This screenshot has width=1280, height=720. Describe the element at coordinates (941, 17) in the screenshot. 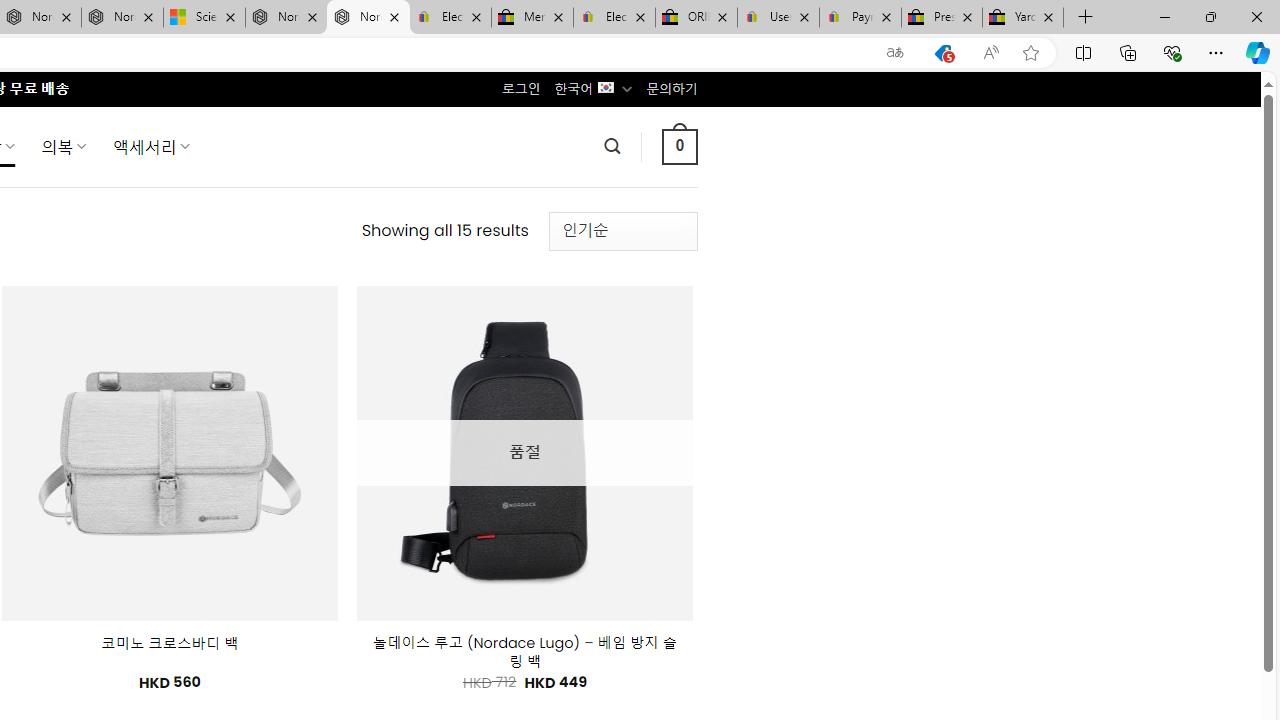

I see `'Press Room - eBay Inc.'` at that location.